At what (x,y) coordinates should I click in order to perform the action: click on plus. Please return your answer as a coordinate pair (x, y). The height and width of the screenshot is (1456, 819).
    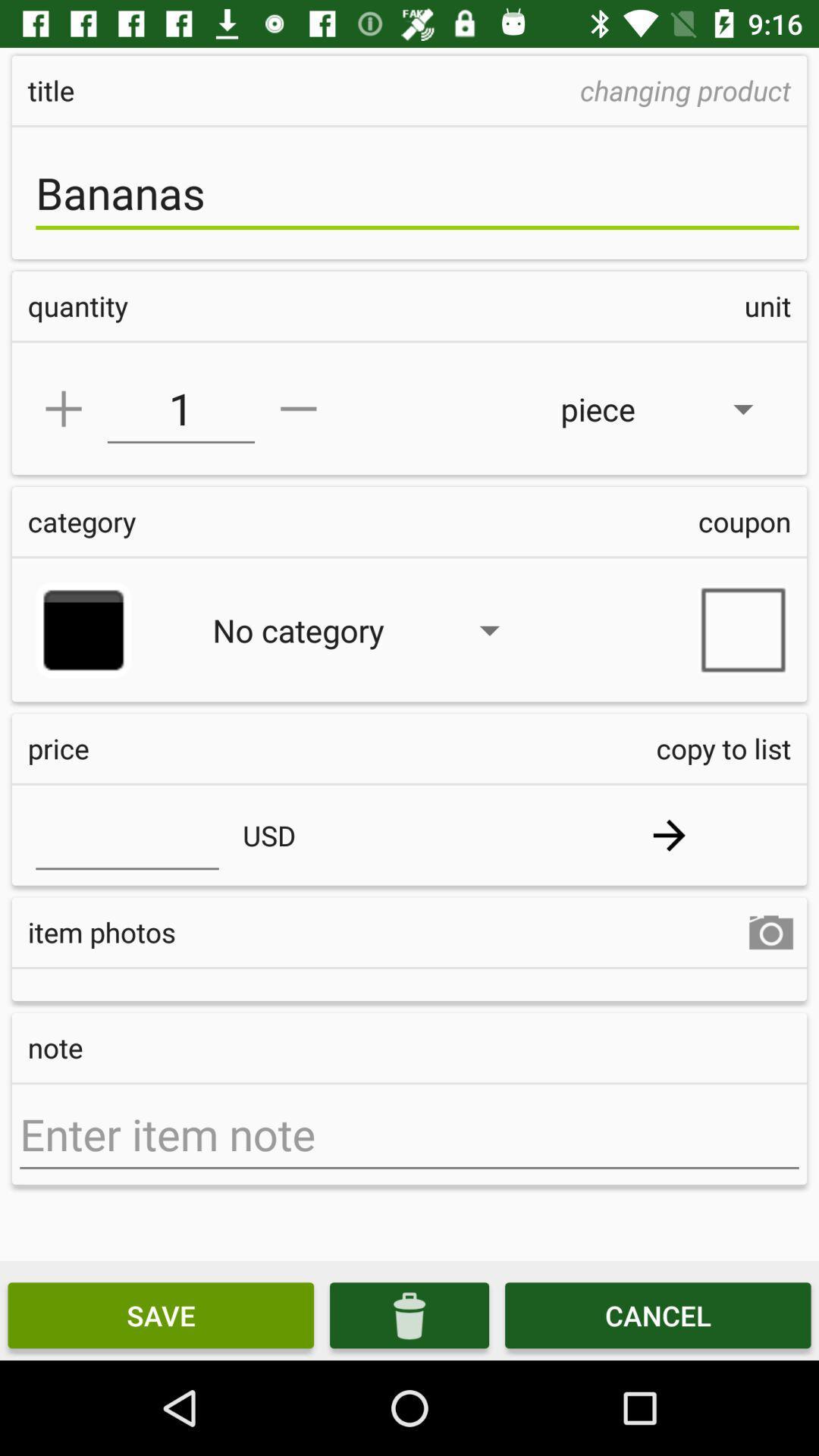
    Looking at the image, I should click on (63, 409).